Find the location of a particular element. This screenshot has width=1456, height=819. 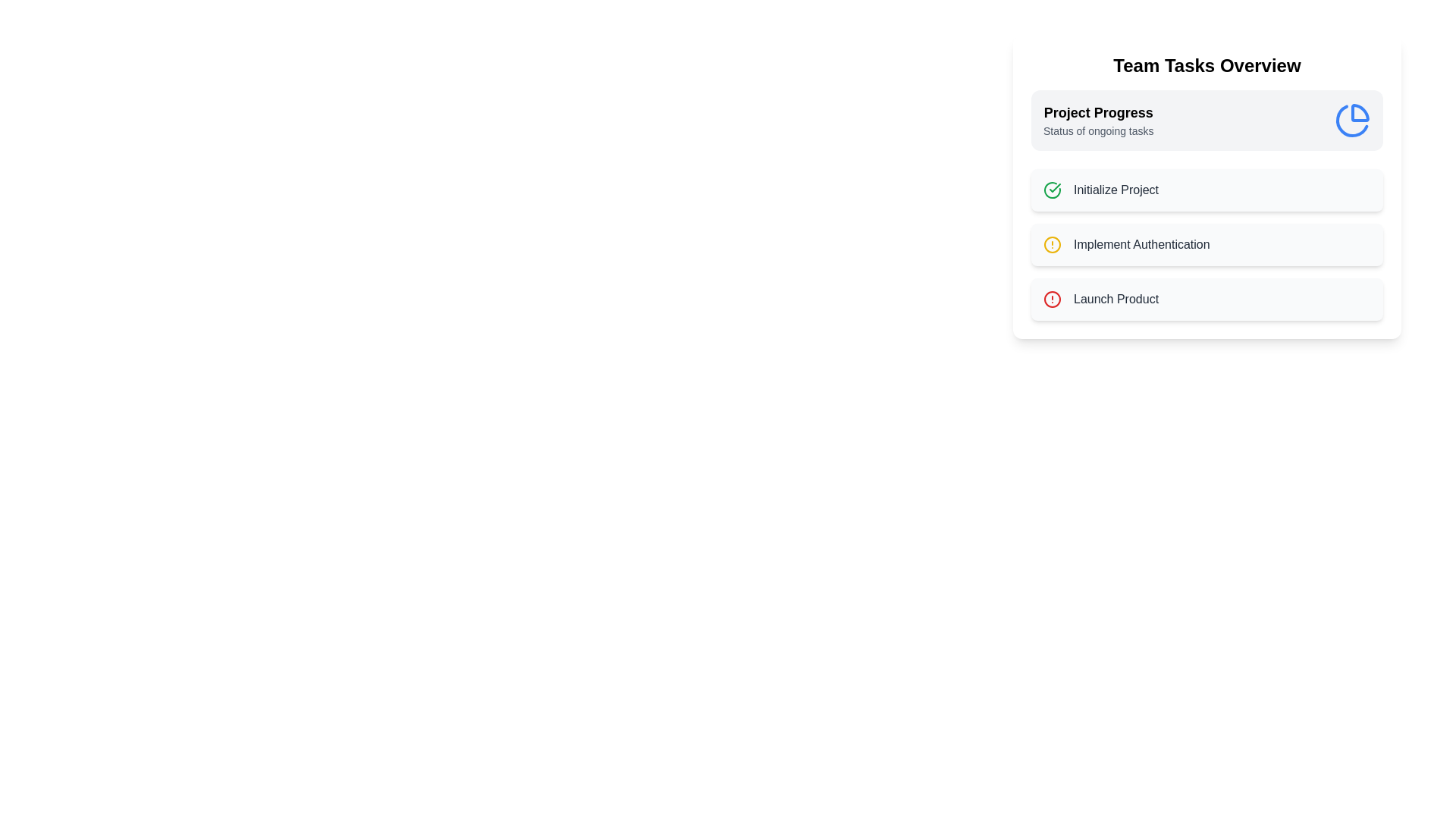

the icon corresponding to Launch Product to view its tooltip is located at coordinates (1051, 299).